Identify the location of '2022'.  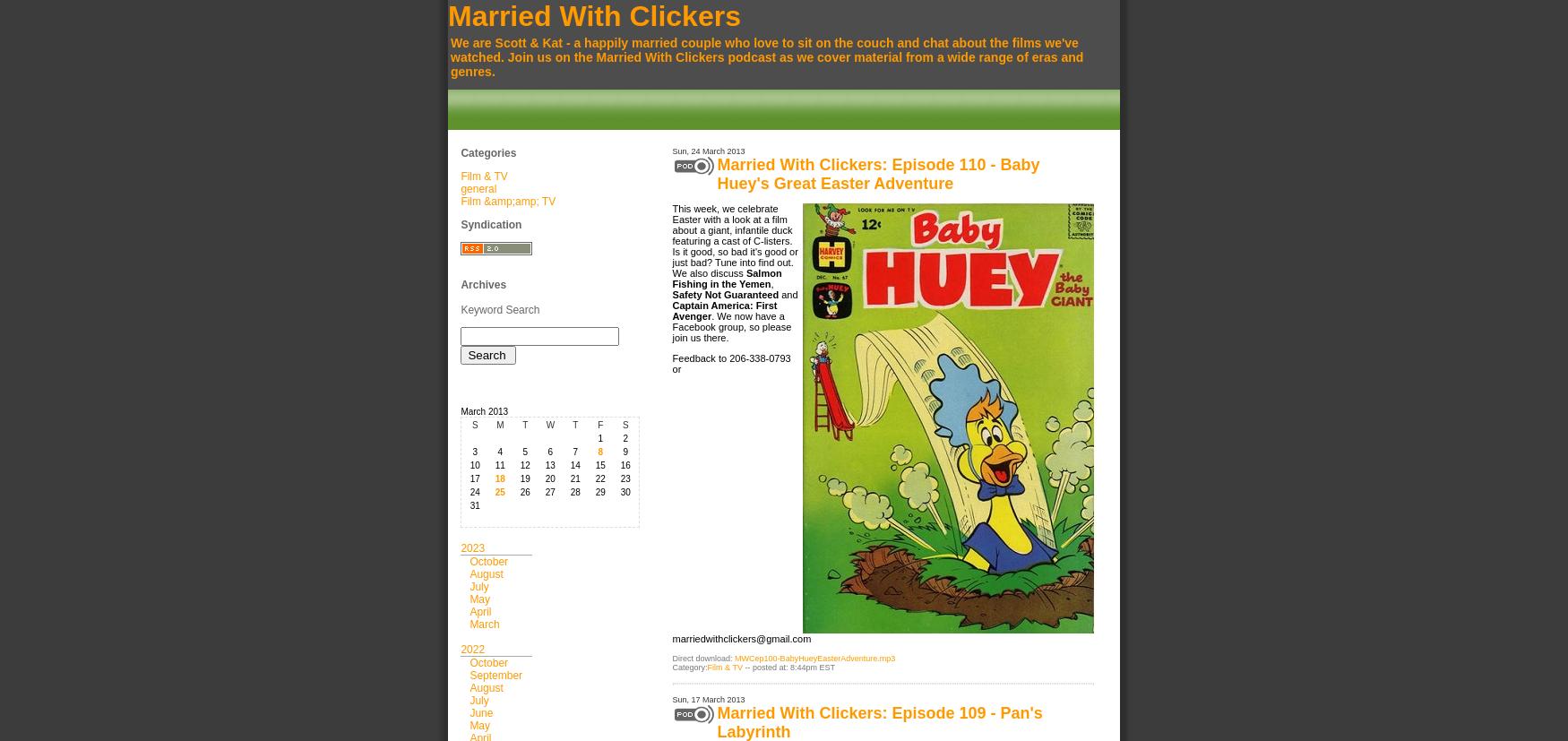
(471, 649).